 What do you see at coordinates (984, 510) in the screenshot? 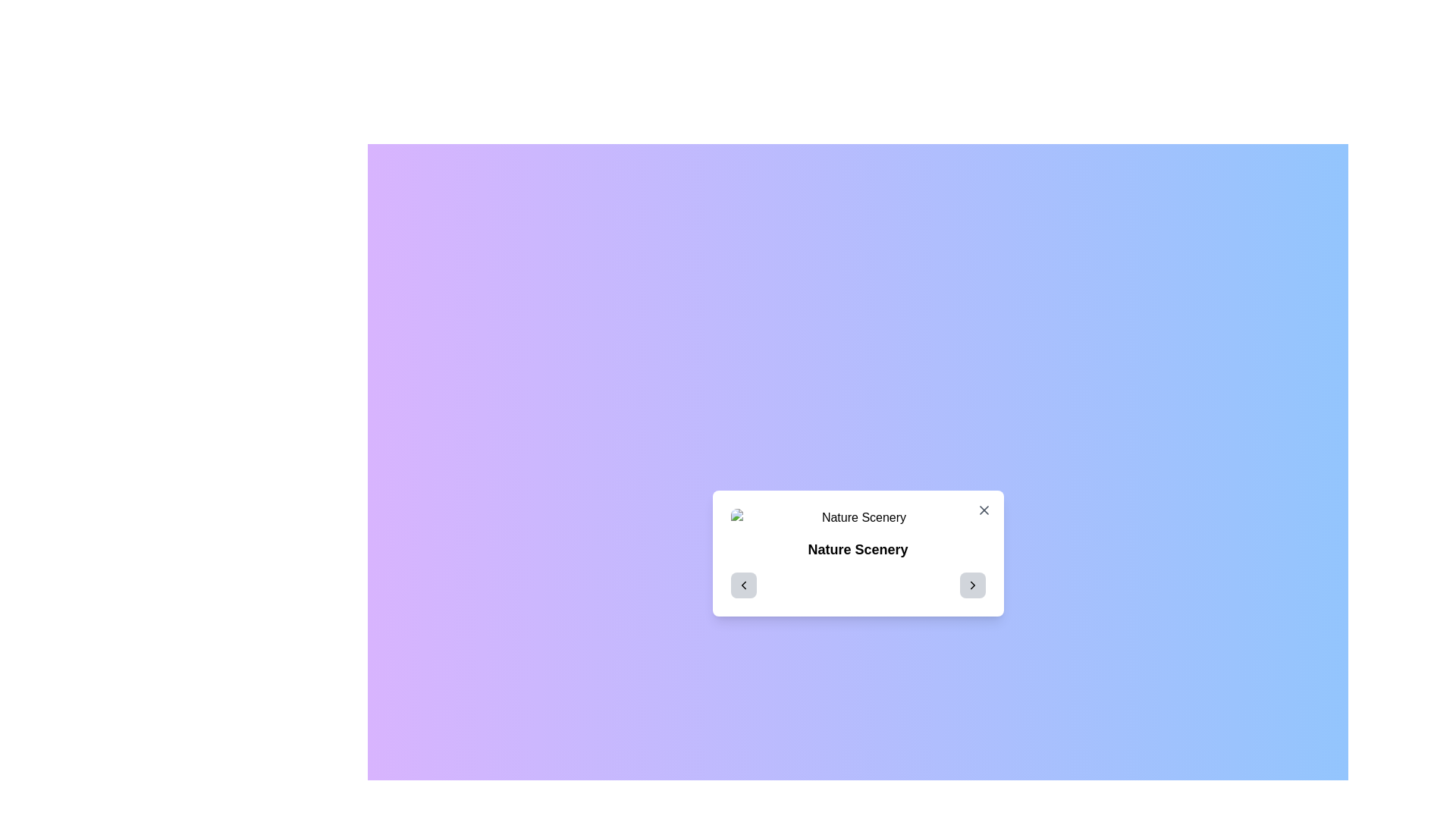
I see `the close button represented by an 'X' icon located in the upper right corner of the card containing the title 'Nature Scenery'` at bounding box center [984, 510].